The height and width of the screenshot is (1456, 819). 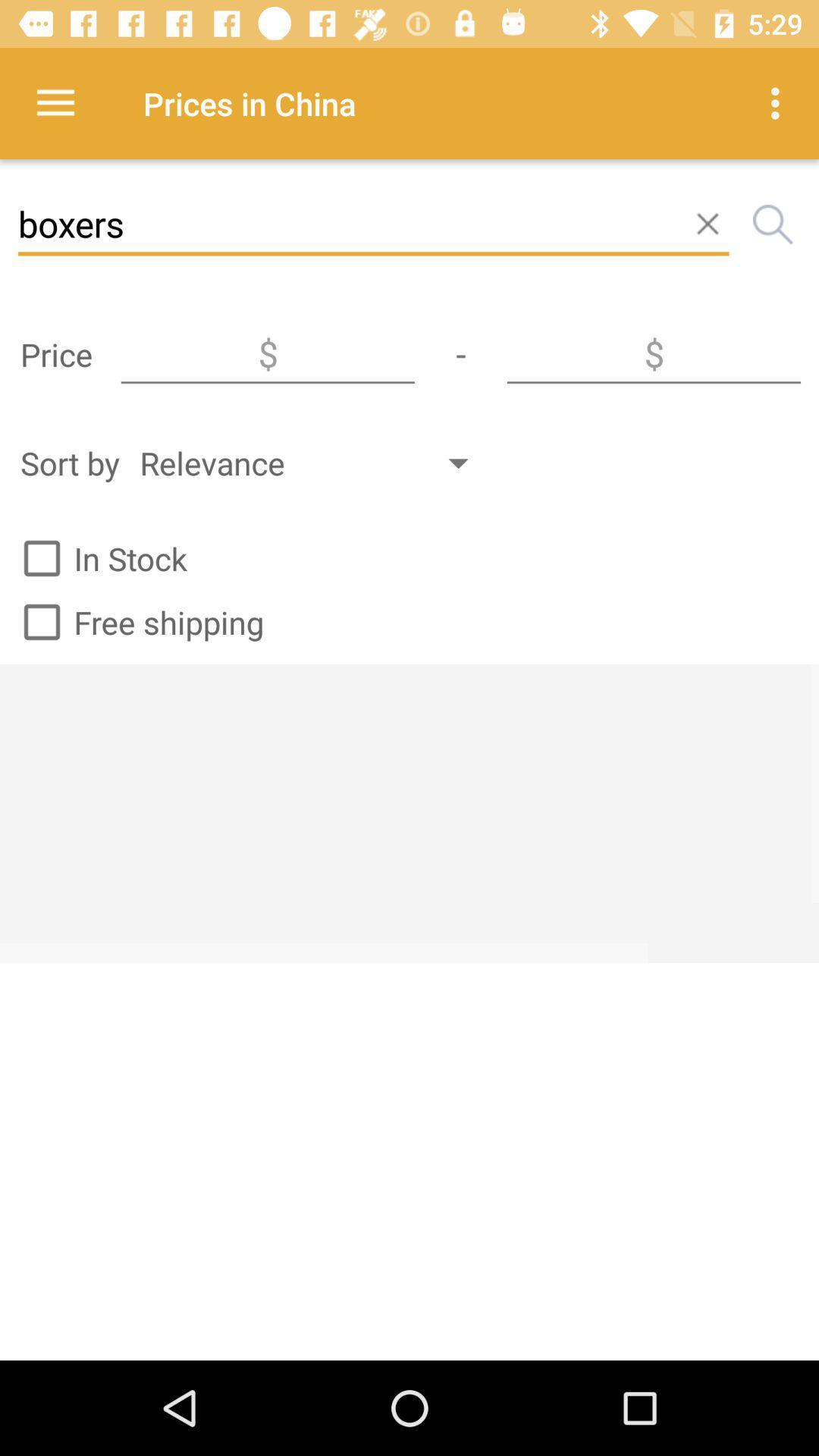 I want to click on the search icon, so click(x=773, y=224).